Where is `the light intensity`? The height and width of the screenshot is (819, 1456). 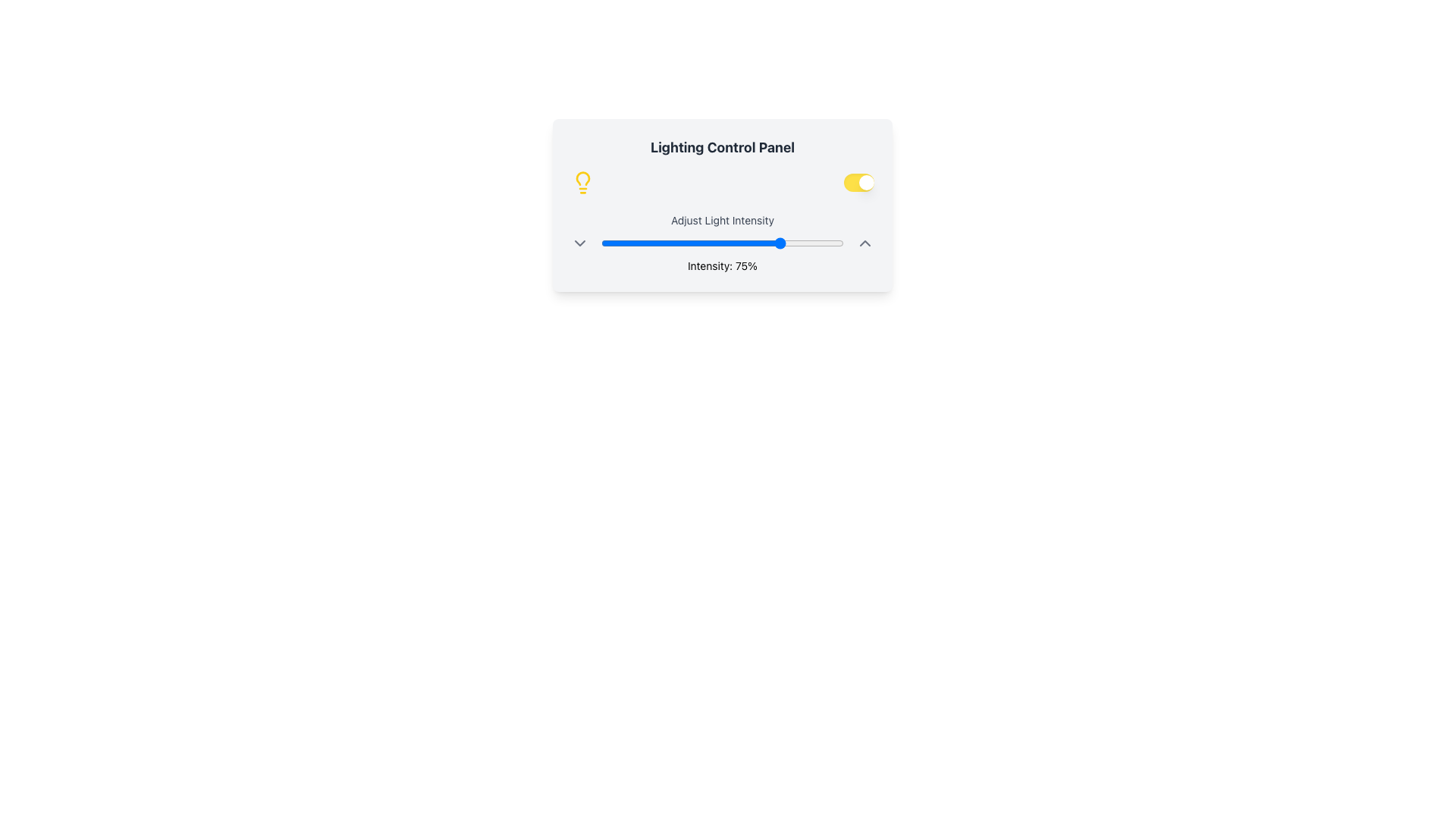
the light intensity is located at coordinates (642, 242).